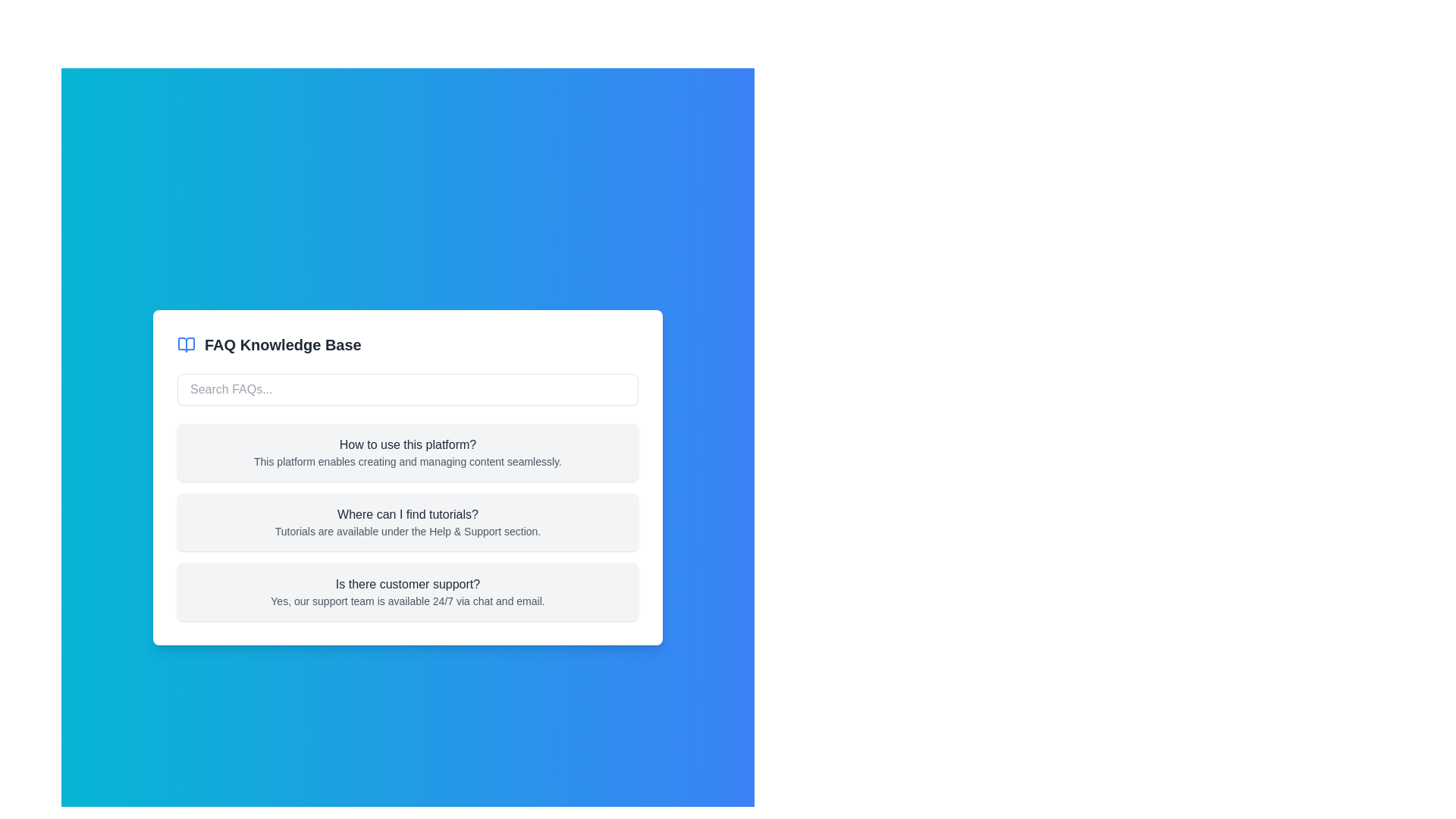 The width and height of the screenshot is (1456, 819). What do you see at coordinates (407, 584) in the screenshot?
I see `the static text label reading 'Is there customer support?' which is styled with medium font weight and dark gray color, positioned at the bottom of the FAQ section inside a card element` at bounding box center [407, 584].